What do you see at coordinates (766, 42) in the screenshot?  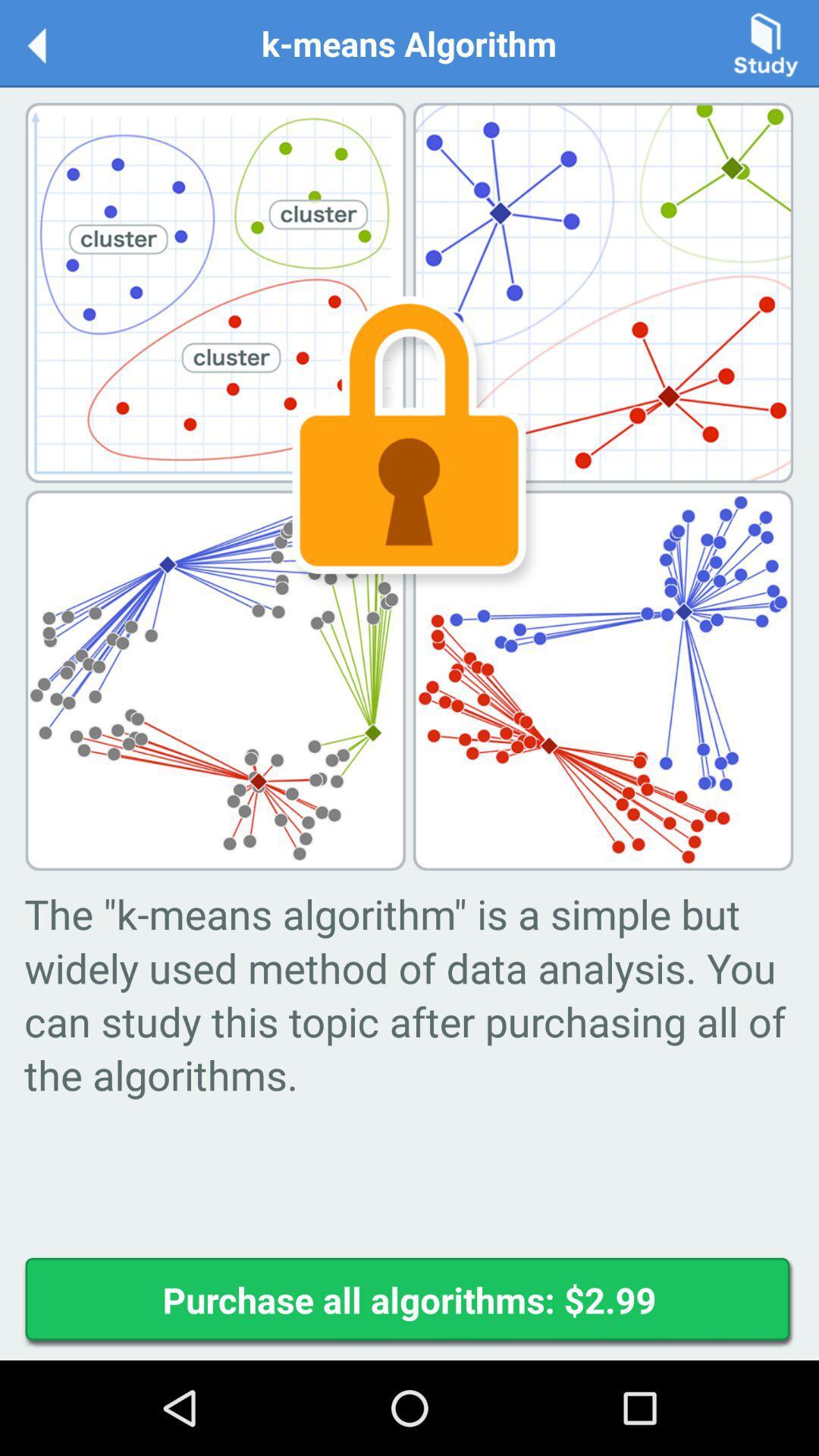 I see `study function` at bounding box center [766, 42].